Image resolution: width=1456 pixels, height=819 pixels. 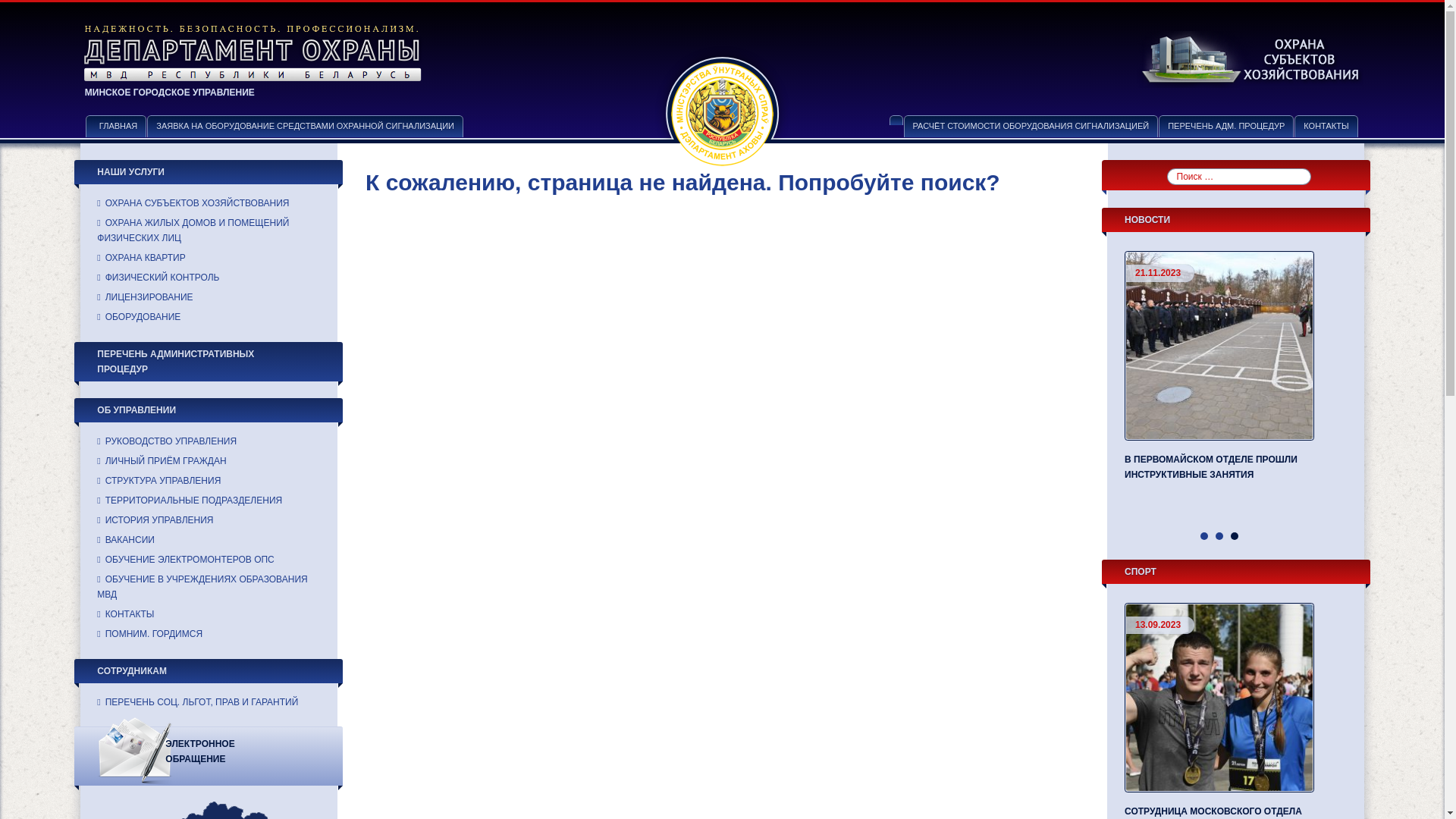 What do you see at coordinates (1230, 535) in the screenshot?
I see `'3'` at bounding box center [1230, 535].